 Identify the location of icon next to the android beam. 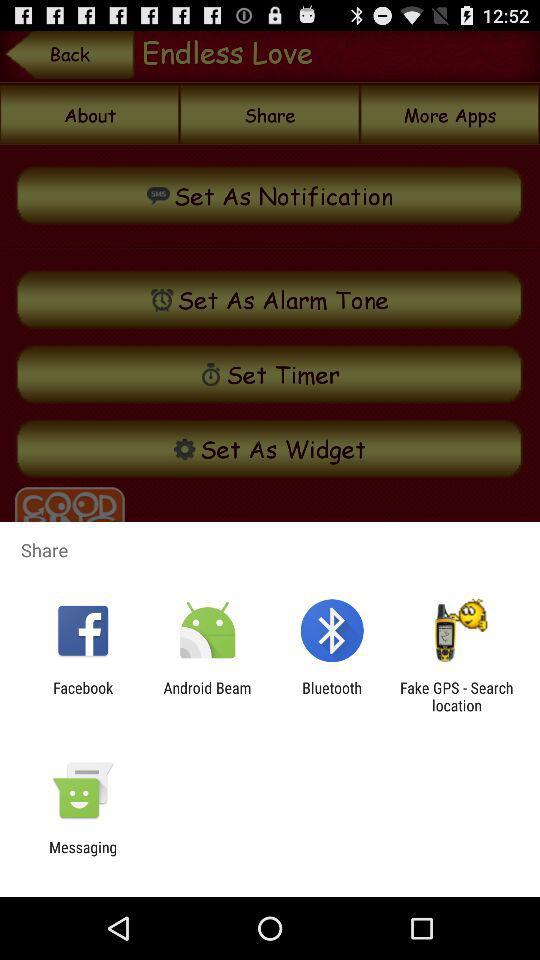
(332, 696).